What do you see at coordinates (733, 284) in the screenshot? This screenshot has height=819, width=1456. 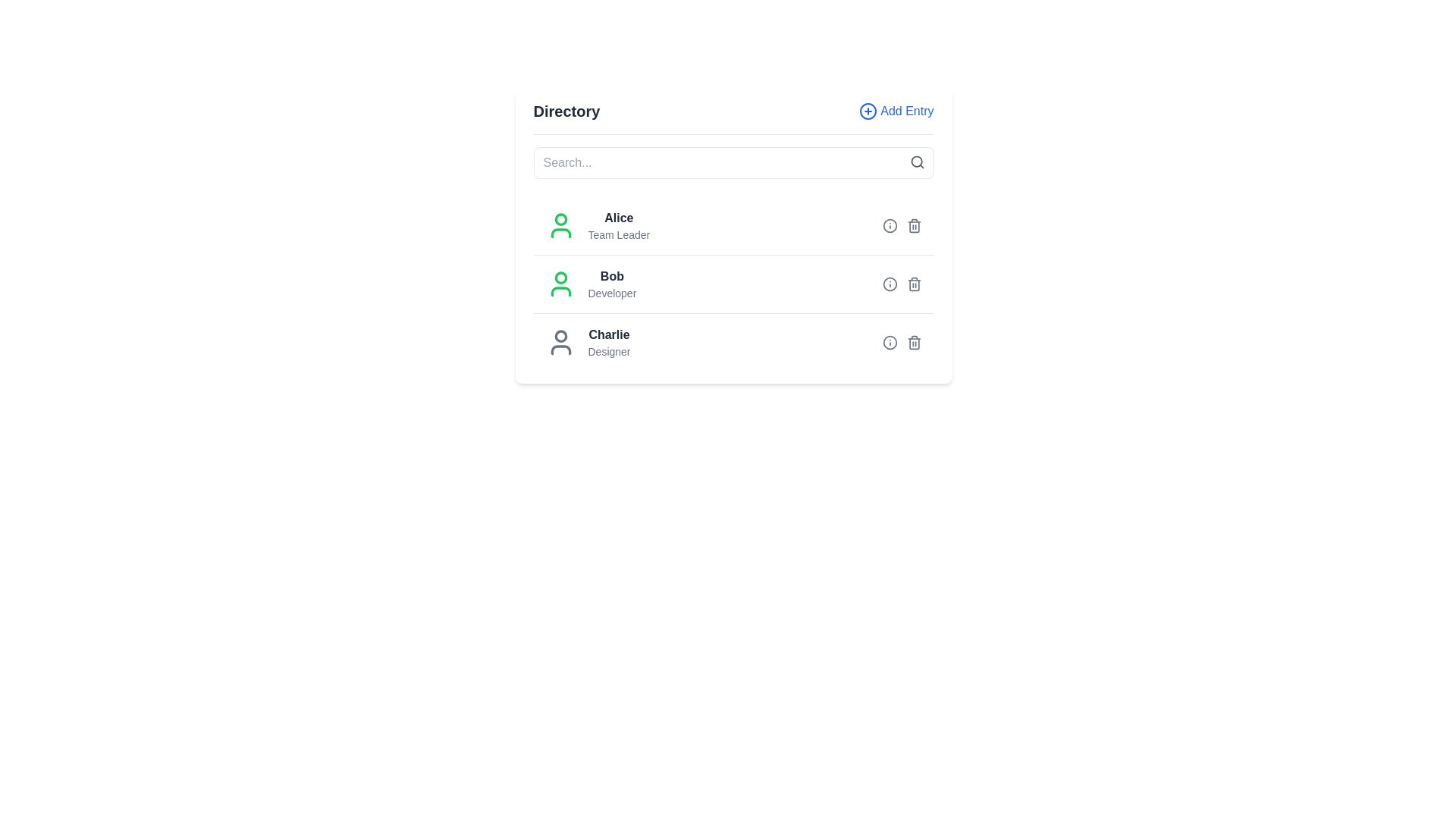 I see `the interactive elements within the Profile entry row for 'Bob - Developer', which is positioned between 'Alice - Team Leader' and 'Charlie - Designer'` at bounding box center [733, 284].